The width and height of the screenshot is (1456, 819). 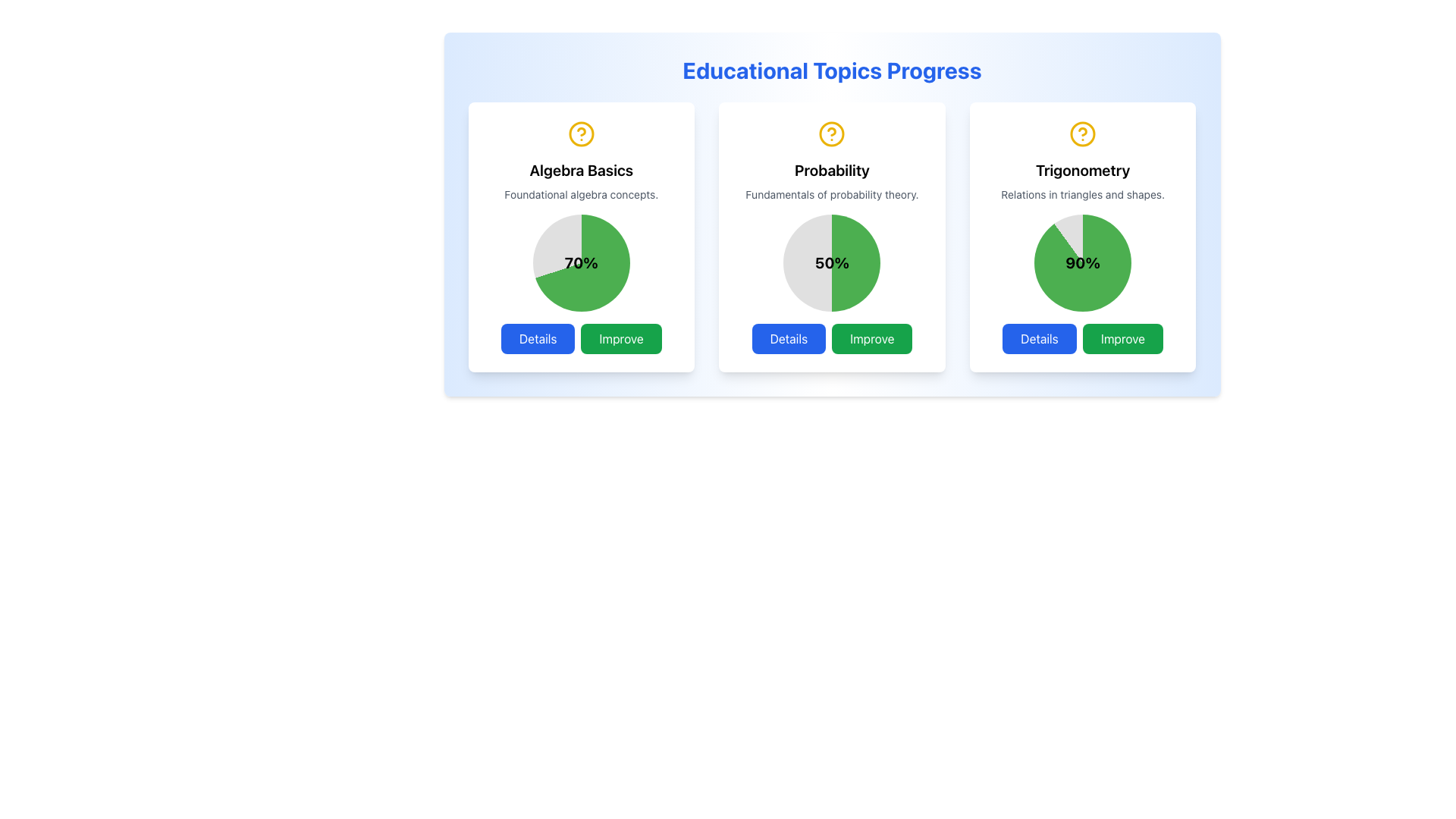 I want to click on the green button labeled 'Improve', which is the second button in a horizontal arrangement on the 'Probability' card, located to the right of the 'Details' button, so click(x=872, y=338).